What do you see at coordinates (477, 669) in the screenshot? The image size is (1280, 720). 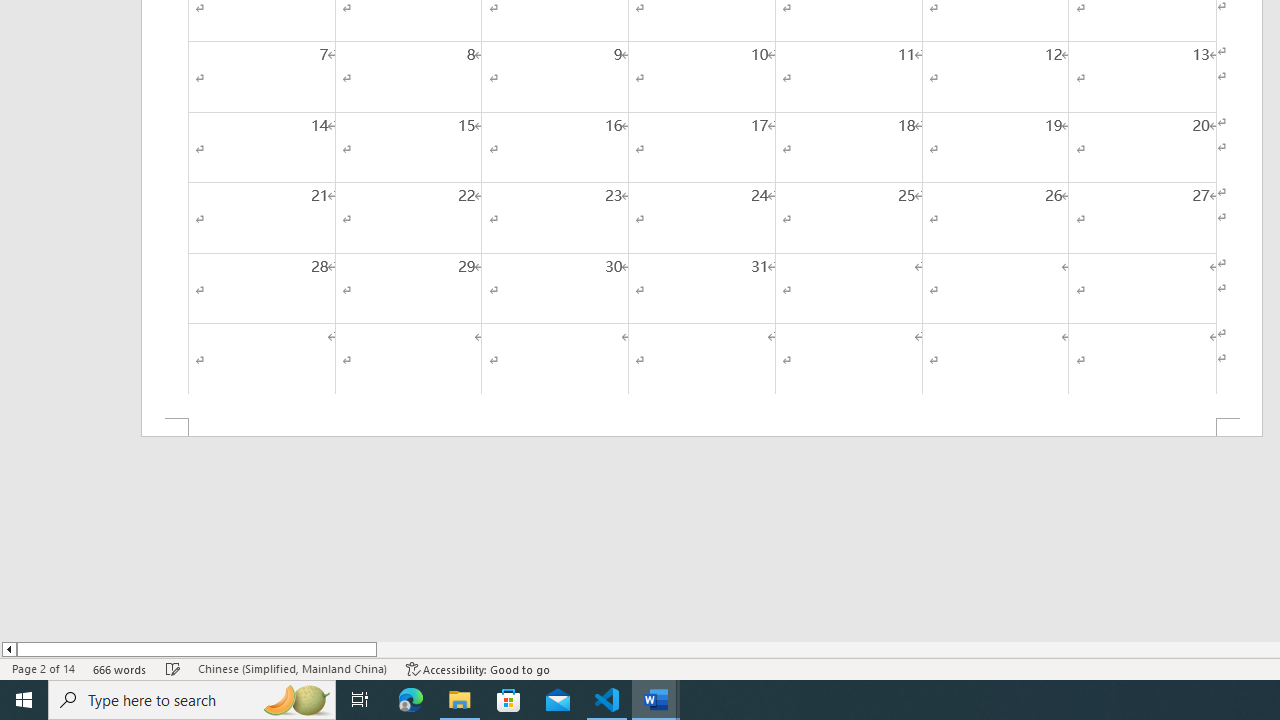 I see `'Accessibility Checker Accessibility: Good to go'` at bounding box center [477, 669].